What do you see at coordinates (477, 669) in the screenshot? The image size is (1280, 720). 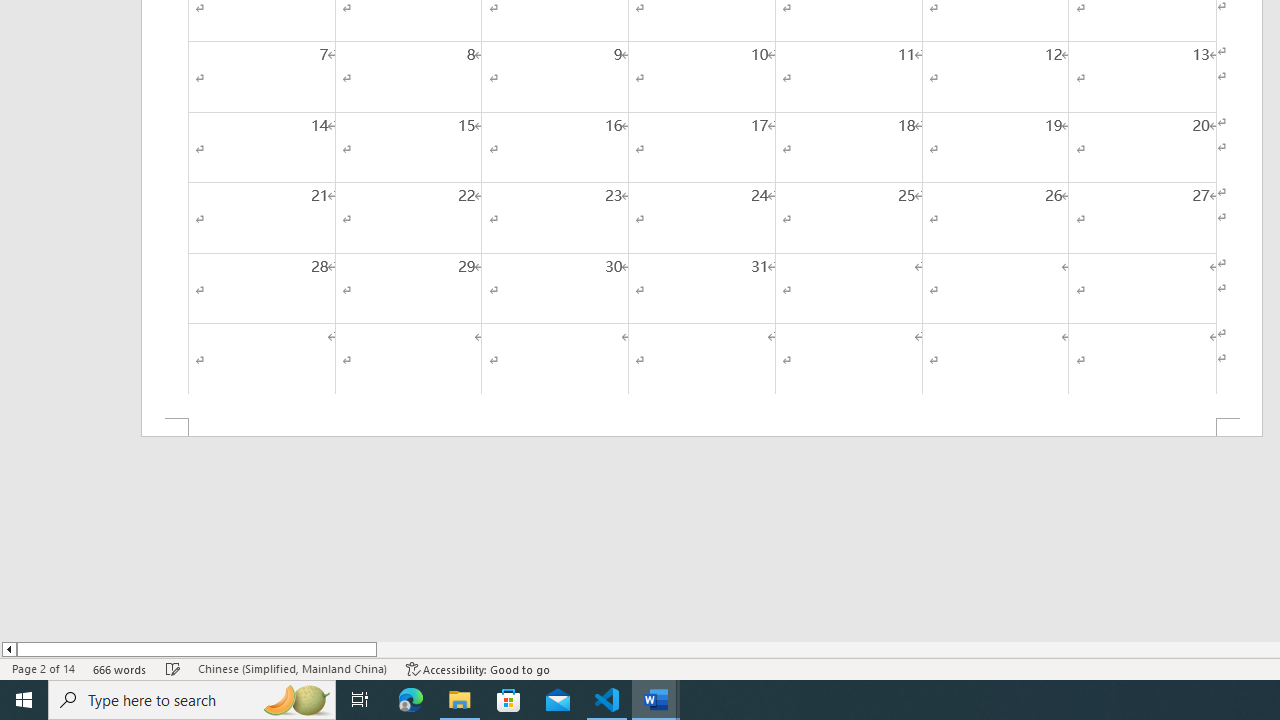 I see `'Accessibility Checker Accessibility: Good to go'` at bounding box center [477, 669].